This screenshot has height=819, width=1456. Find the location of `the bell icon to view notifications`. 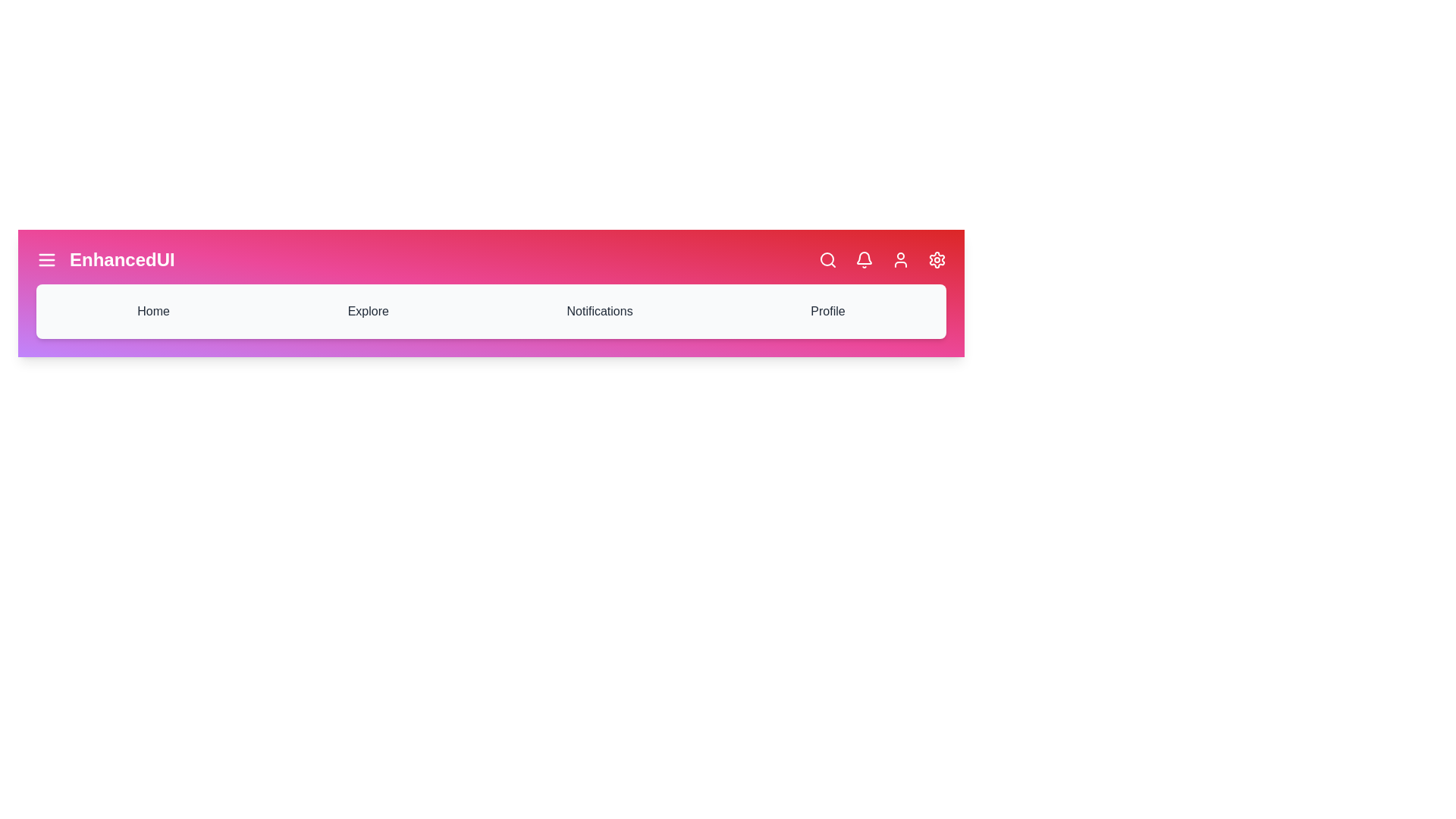

the bell icon to view notifications is located at coordinates (864, 259).